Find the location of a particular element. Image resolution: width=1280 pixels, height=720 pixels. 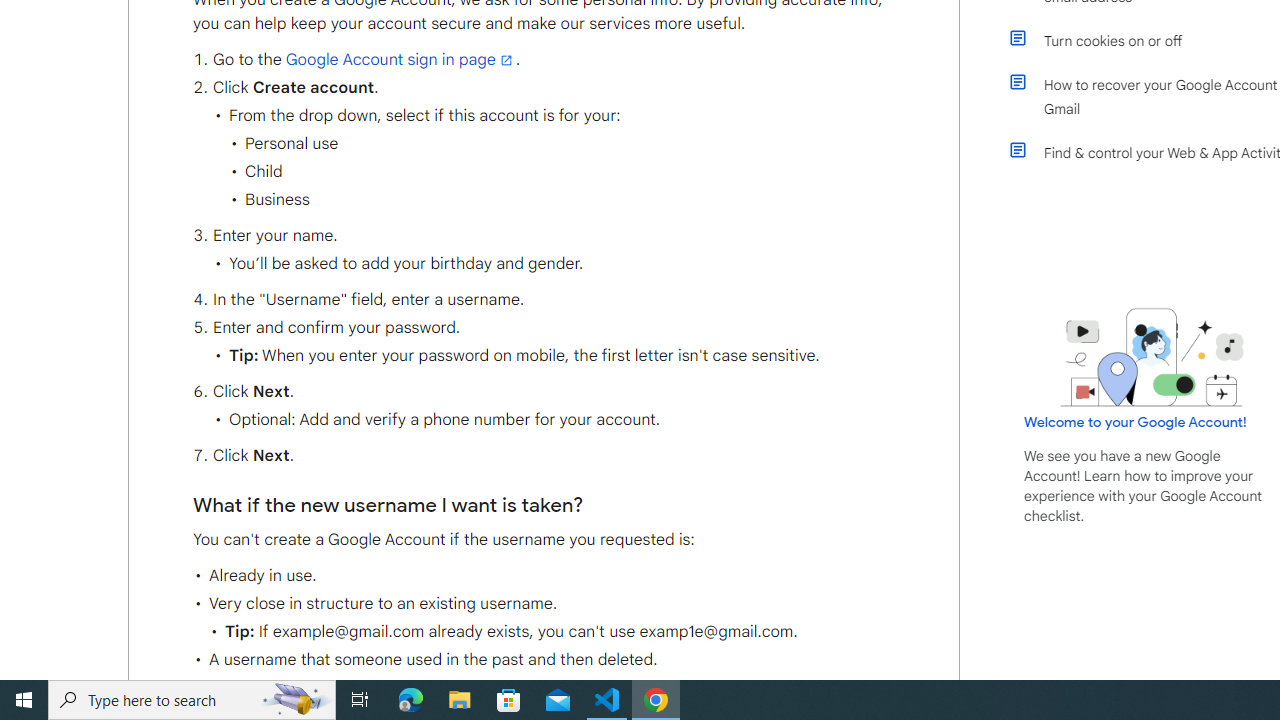

'Google Account sign in page' is located at coordinates (400, 58).